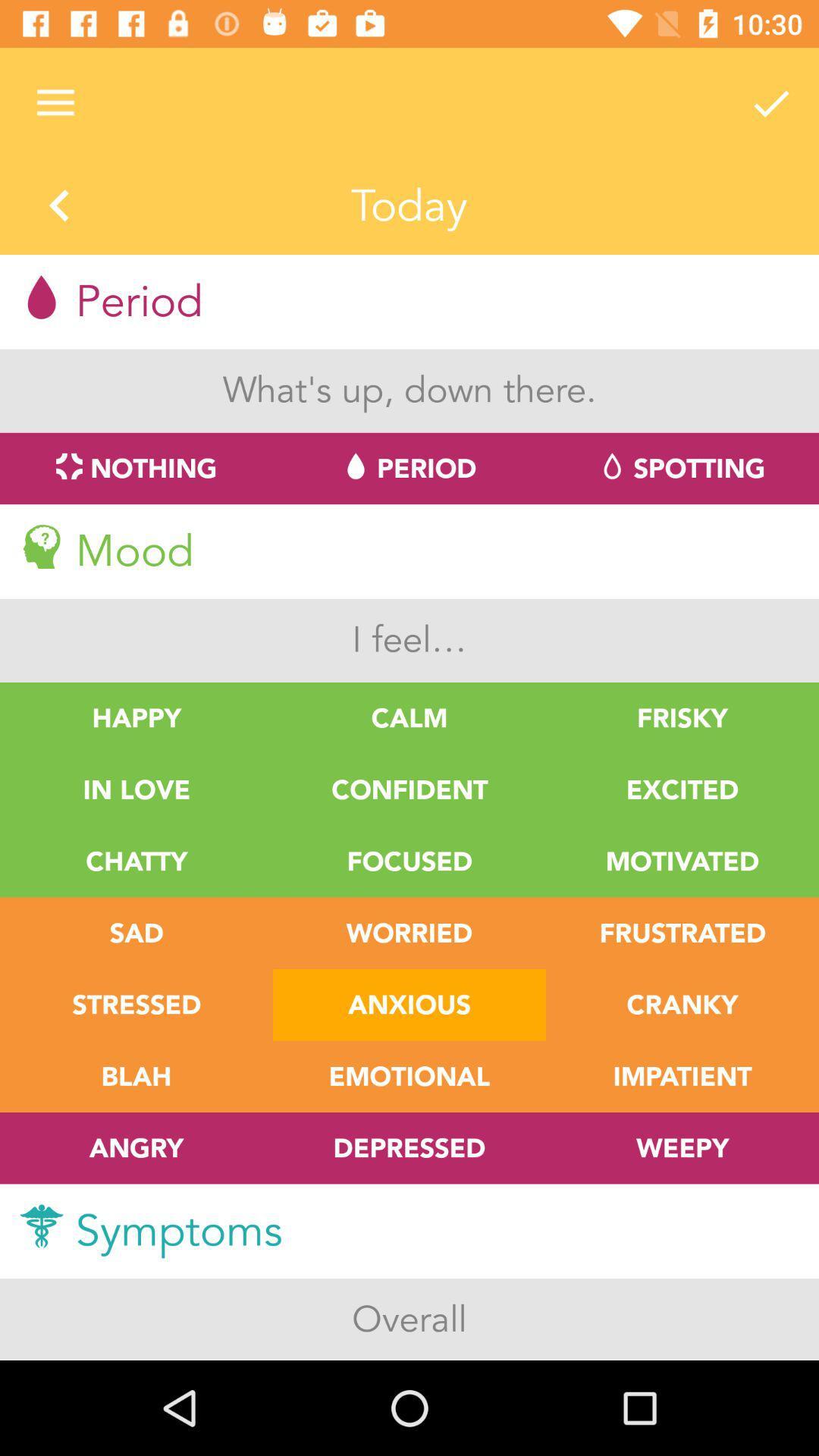 Image resolution: width=819 pixels, height=1456 pixels. I want to click on the arrow_backward icon, so click(58, 206).